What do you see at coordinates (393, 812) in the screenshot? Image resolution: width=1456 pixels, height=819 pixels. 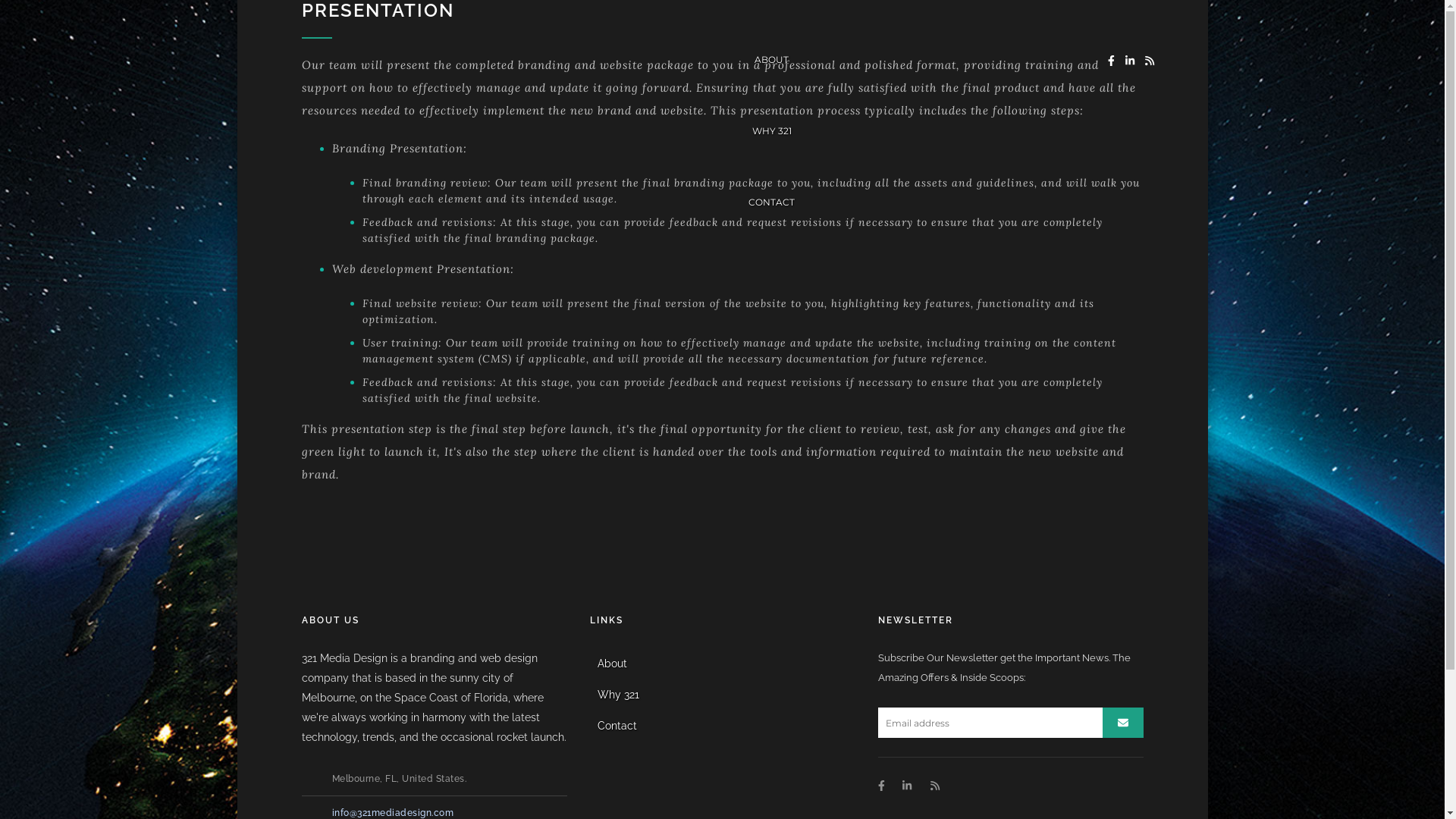 I see `'info@321mediadesign.com'` at bounding box center [393, 812].